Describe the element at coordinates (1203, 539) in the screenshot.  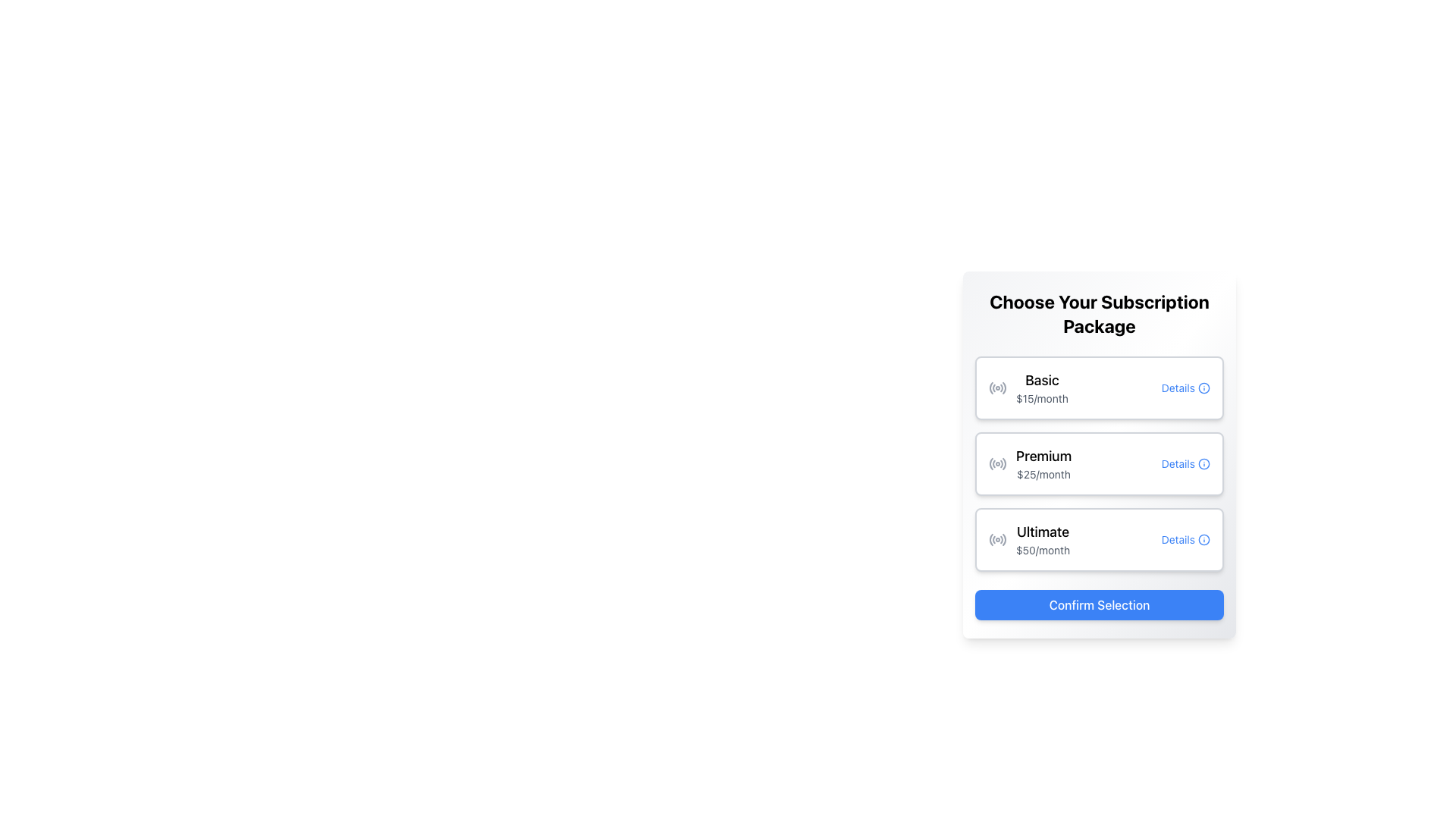
I see `the blue circular informational icon with an outlined 'i' located to the right of the 'Details' text in the subscription options for 'Ultimate – $50/month' to possibly view a tooltip` at that location.